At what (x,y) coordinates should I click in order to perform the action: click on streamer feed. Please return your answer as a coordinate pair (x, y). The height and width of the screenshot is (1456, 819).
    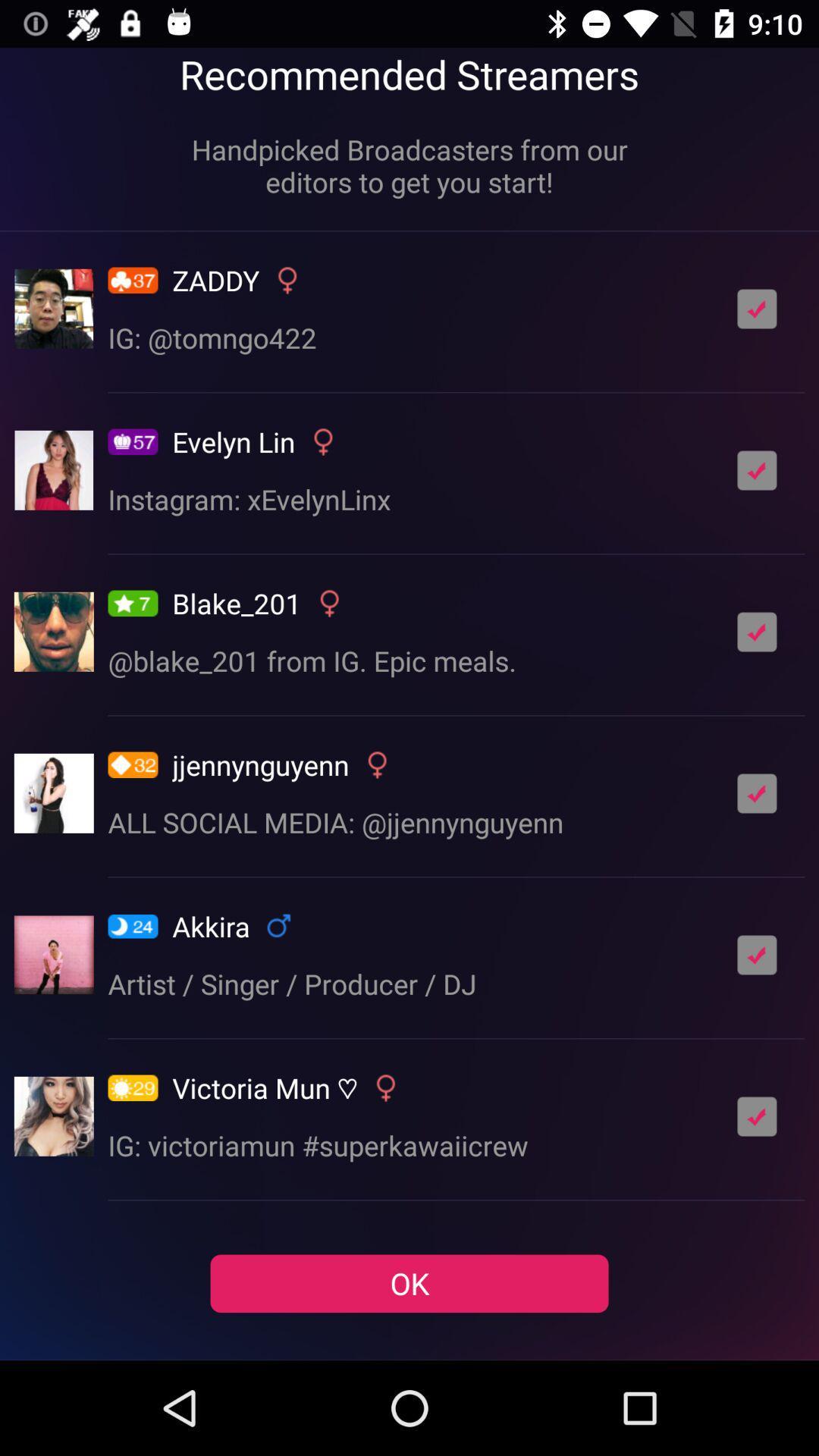
    Looking at the image, I should click on (757, 792).